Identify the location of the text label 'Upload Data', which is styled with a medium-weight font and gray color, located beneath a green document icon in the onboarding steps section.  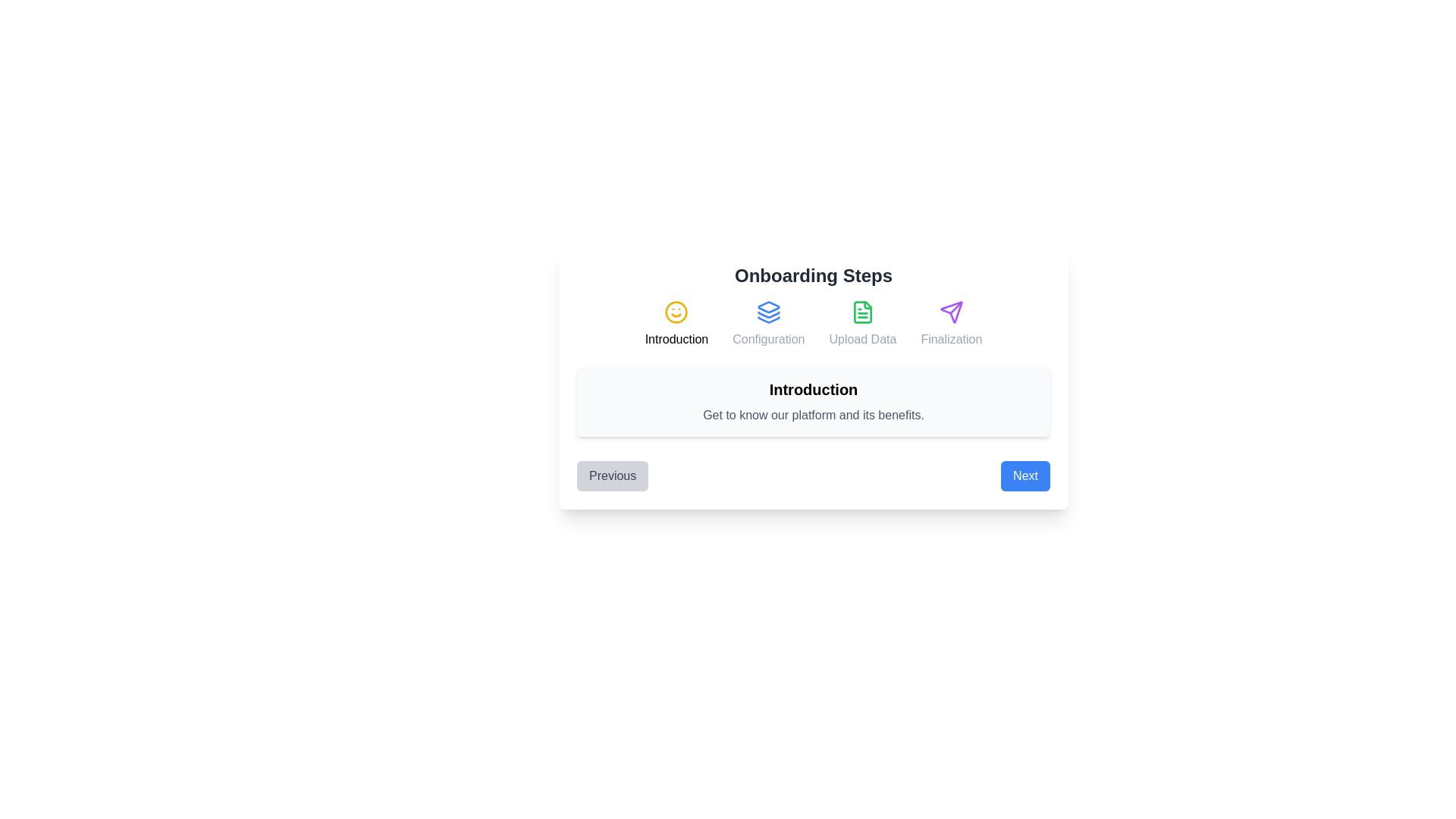
(862, 338).